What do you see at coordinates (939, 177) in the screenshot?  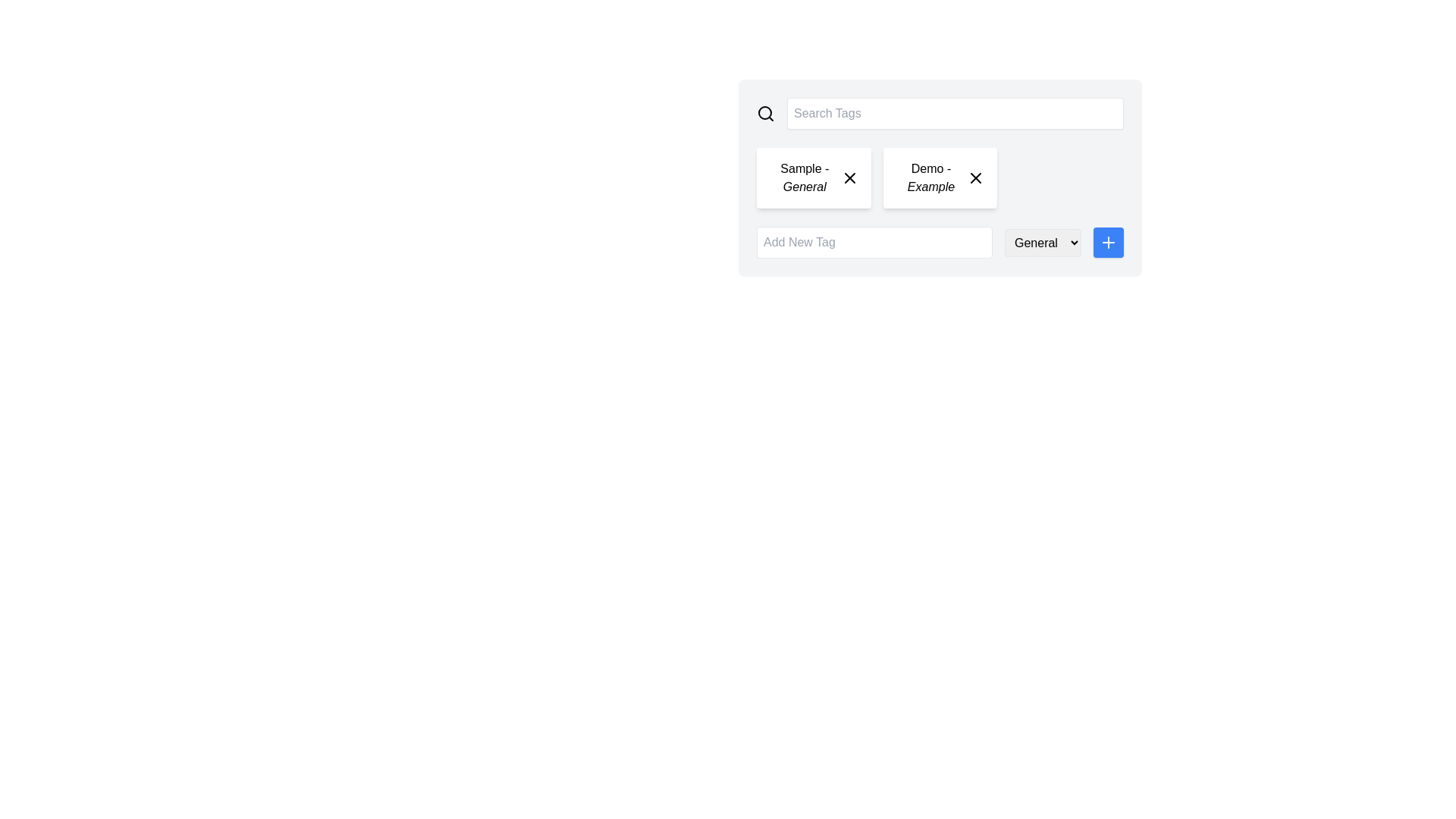 I see `the tag element, which has a close button, located to the right of 'Sample - General' and above the 'Add New Tag' input field` at bounding box center [939, 177].